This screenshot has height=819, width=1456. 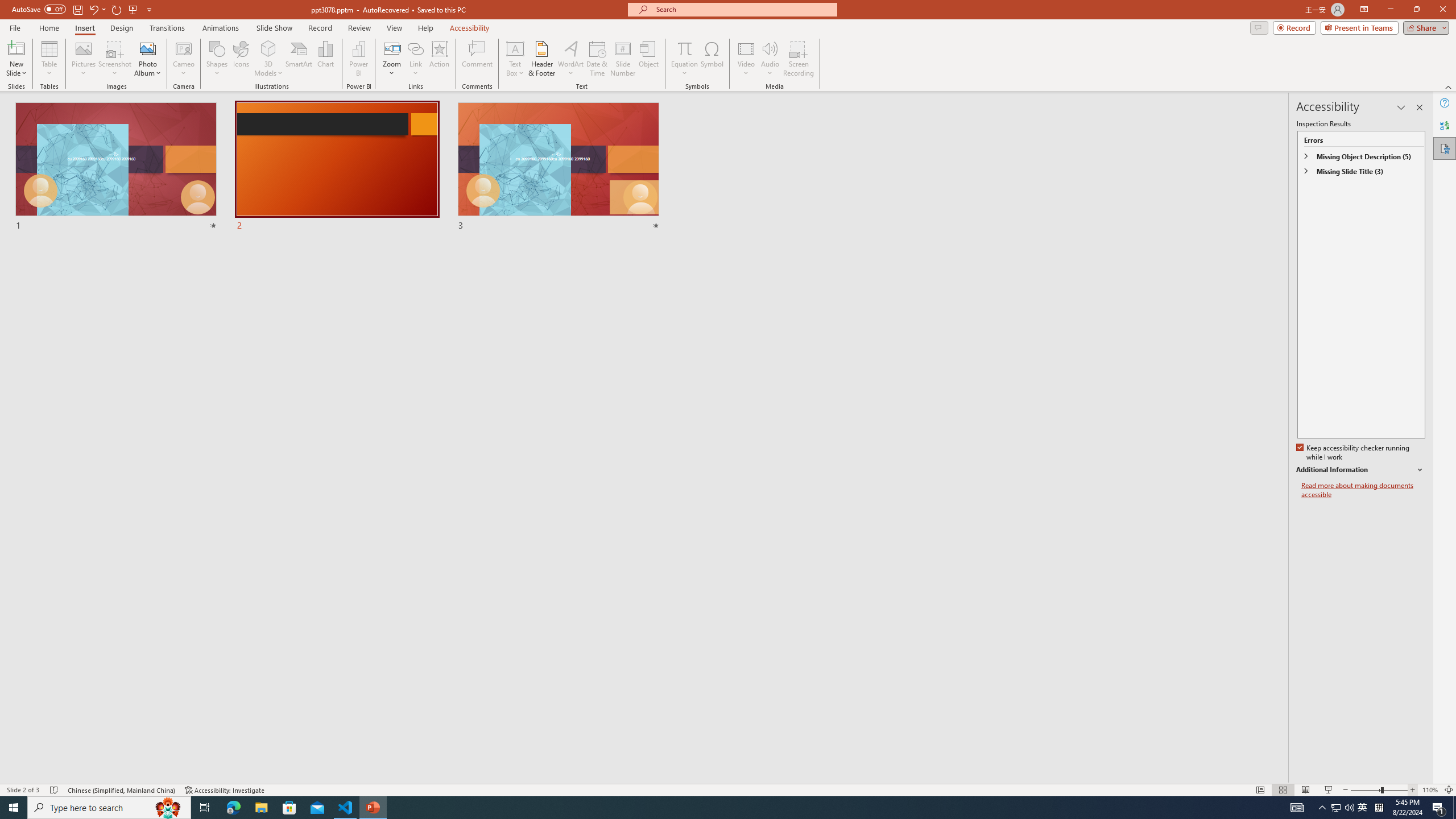 What do you see at coordinates (39, 9) in the screenshot?
I see `'AutoSave'` at bounding box center [39, 9].